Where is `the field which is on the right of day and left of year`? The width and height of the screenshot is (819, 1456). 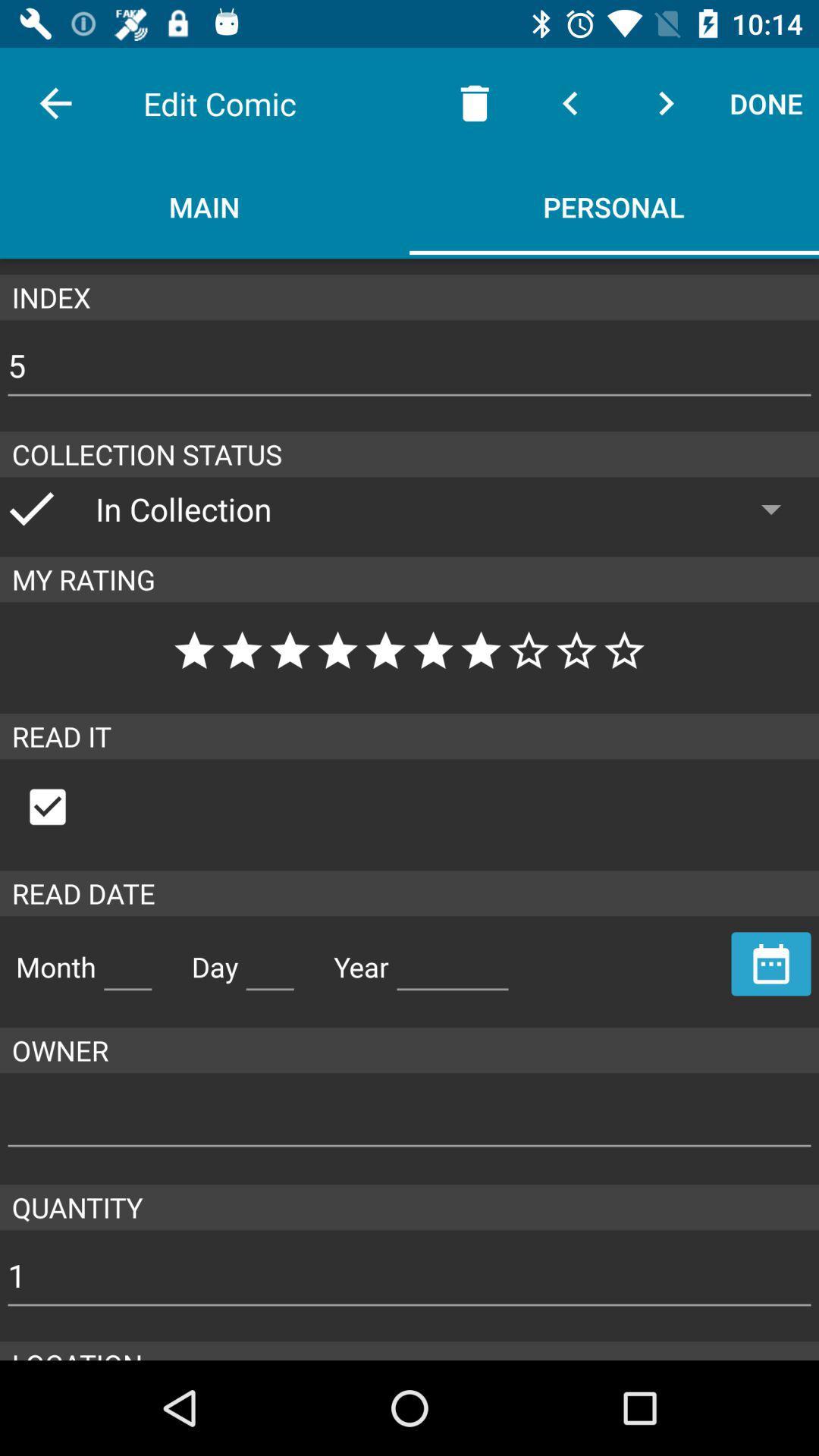
the field which is on the right of day and left of year is located at coordinates (268, 960).